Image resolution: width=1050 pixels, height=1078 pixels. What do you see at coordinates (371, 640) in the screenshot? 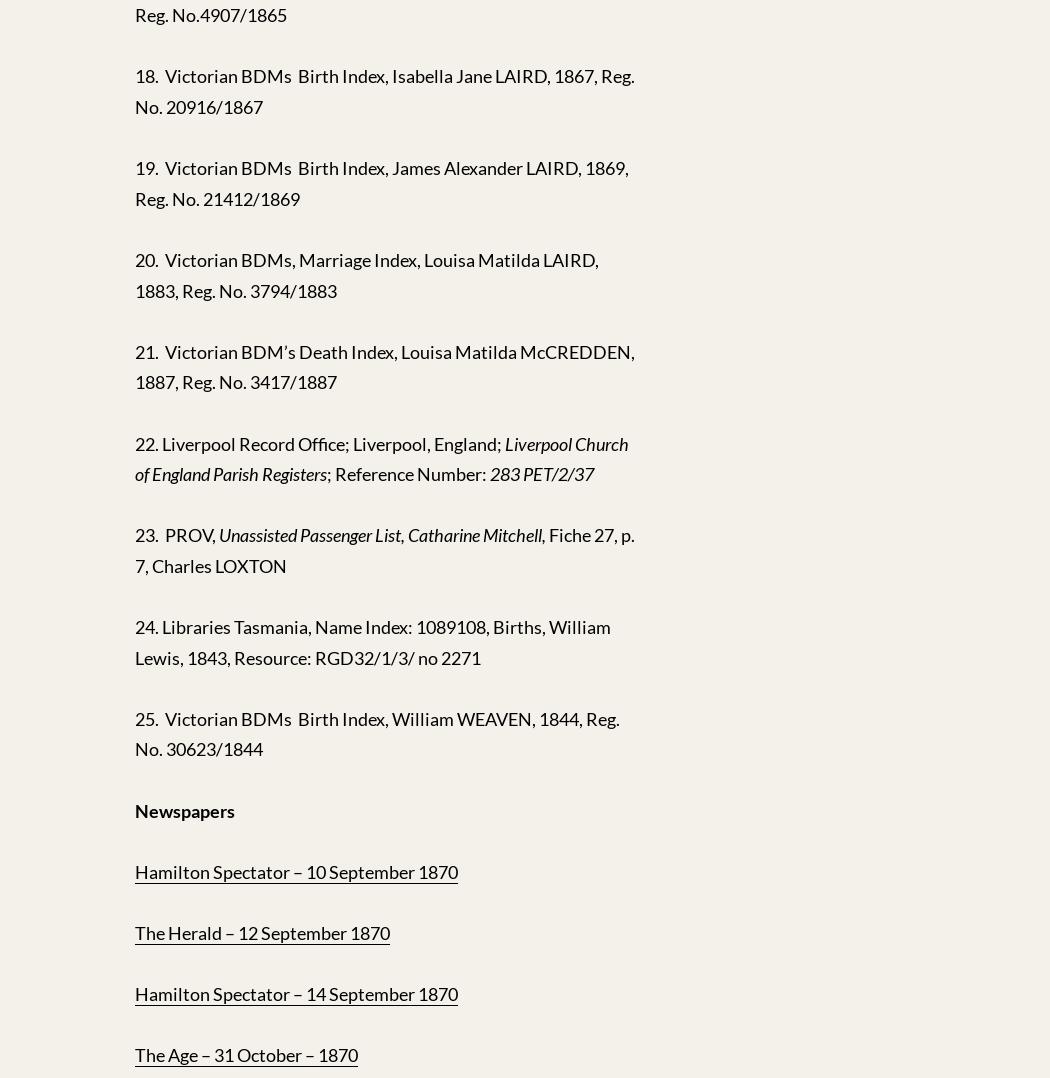
I see `'24. Libraries Tasmania, Name Index: 1089108, Births, William Lewis, 1843, Resource: RGD32/1/3/ no 2271'` at bounding box center [371, 640].